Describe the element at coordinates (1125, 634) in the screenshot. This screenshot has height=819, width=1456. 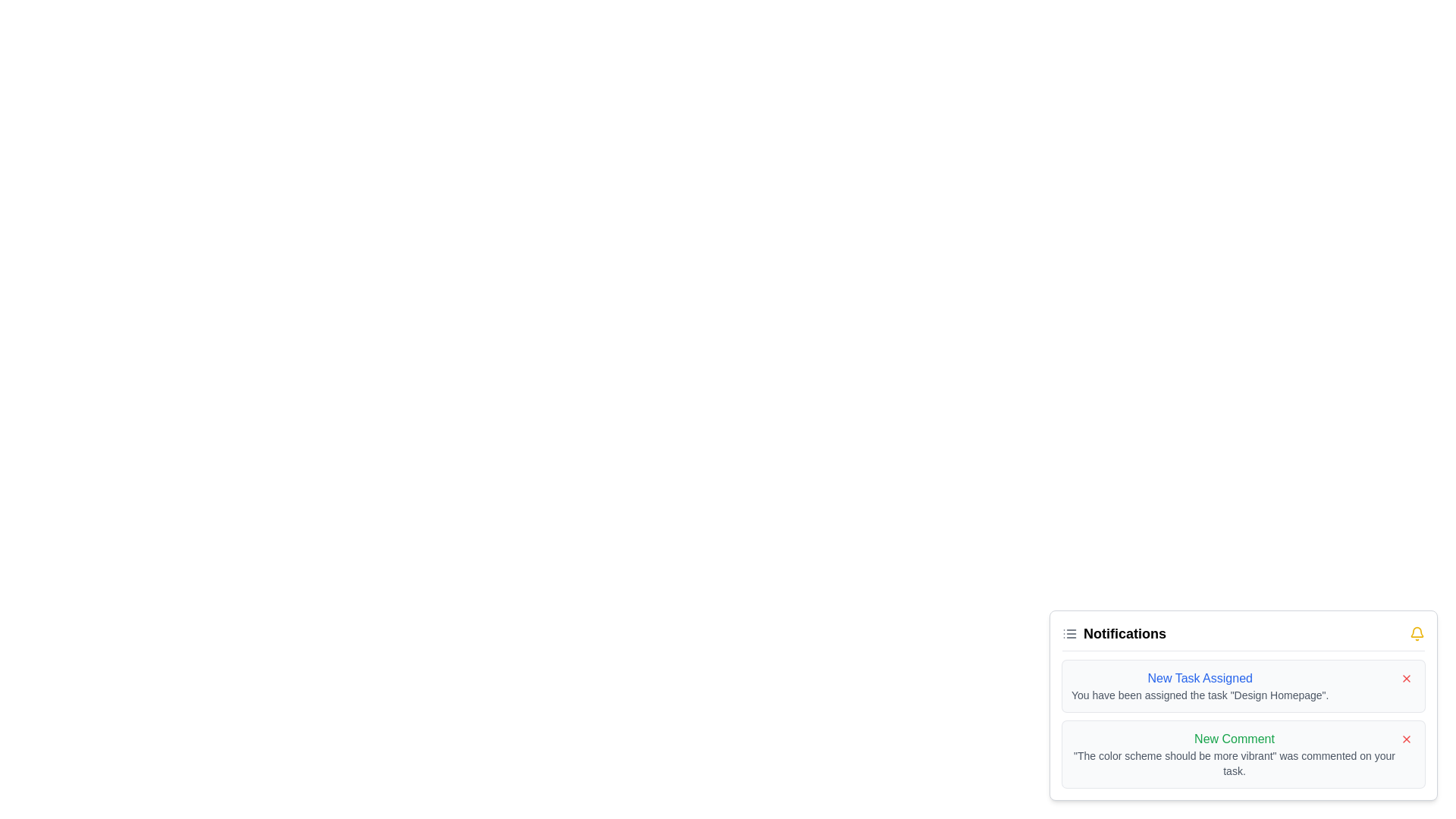
I see `the Text Label that serves as a header for the notifications area, located in the dropdown area near the top, immediately to the right of the list icon indicator` at that location.